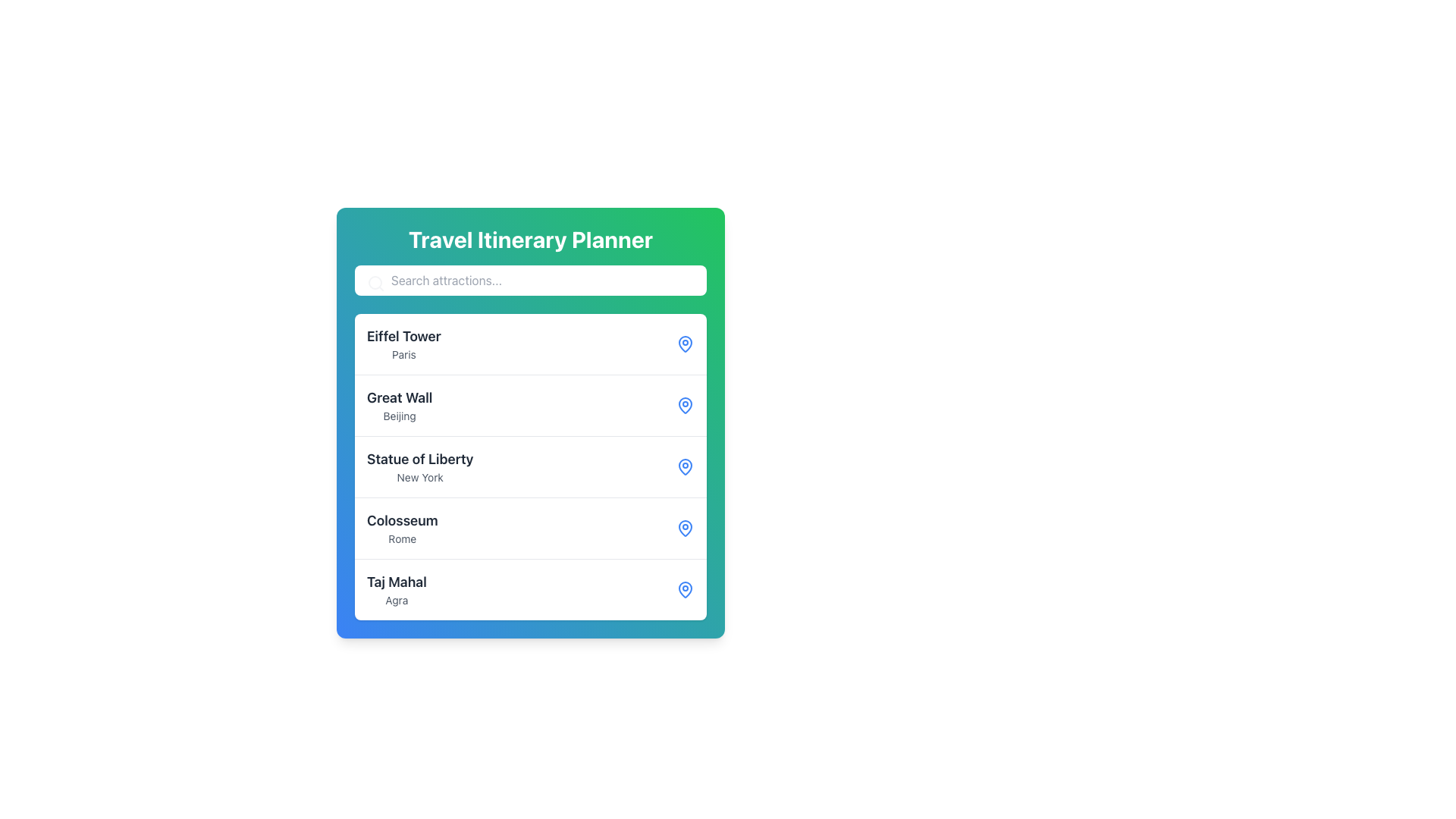  I want to click on the blue droplet-shaped pin icon element located adjacent to the 'Taj Mahal' entry in the list, so click(684, 588).